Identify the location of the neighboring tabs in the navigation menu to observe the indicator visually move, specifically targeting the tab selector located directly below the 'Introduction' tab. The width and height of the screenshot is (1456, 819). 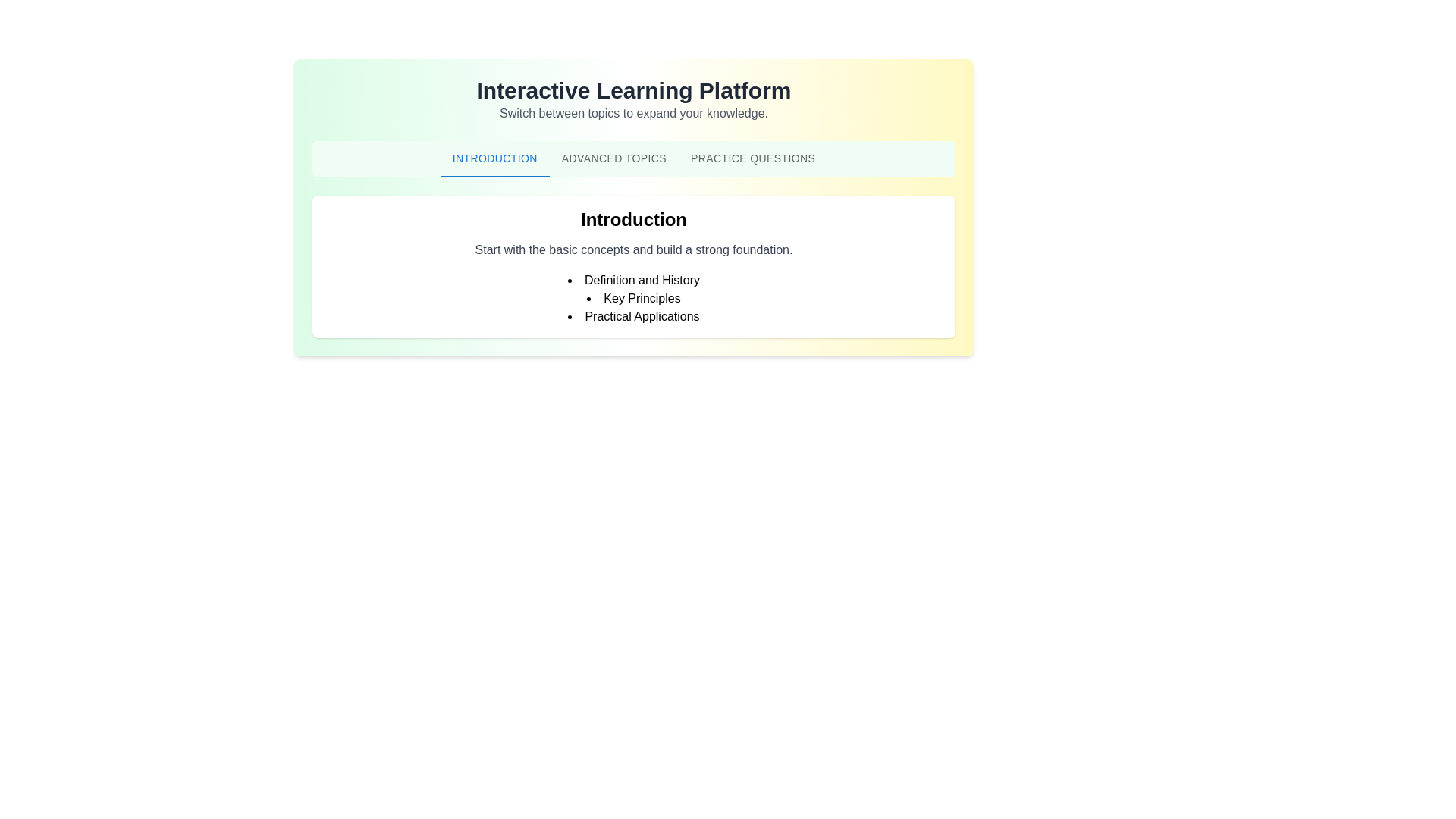
(494, 175).